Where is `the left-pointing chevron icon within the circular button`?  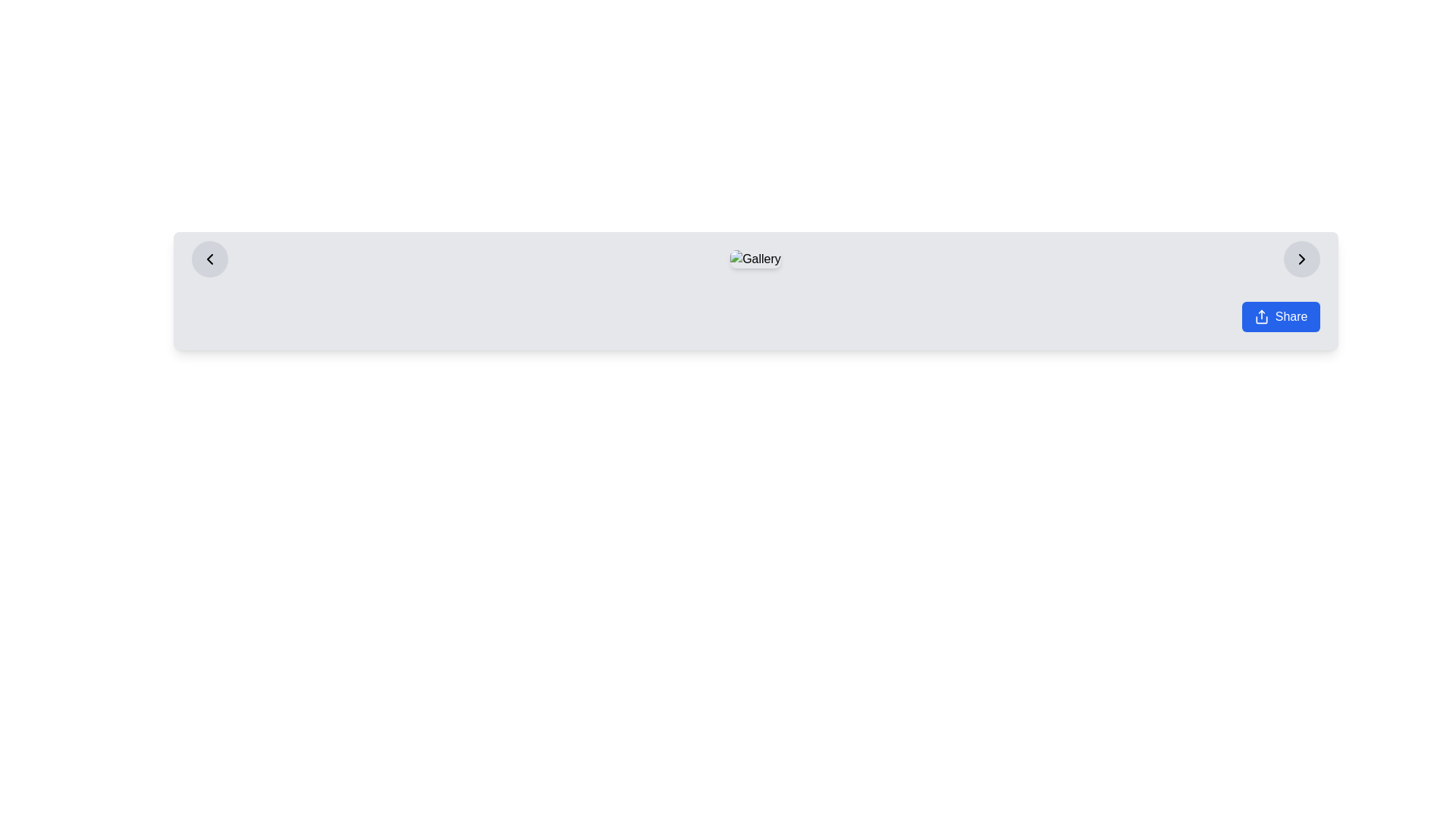 the left-pointing chevron icon within the circular button is located at coordinates (209, 259).